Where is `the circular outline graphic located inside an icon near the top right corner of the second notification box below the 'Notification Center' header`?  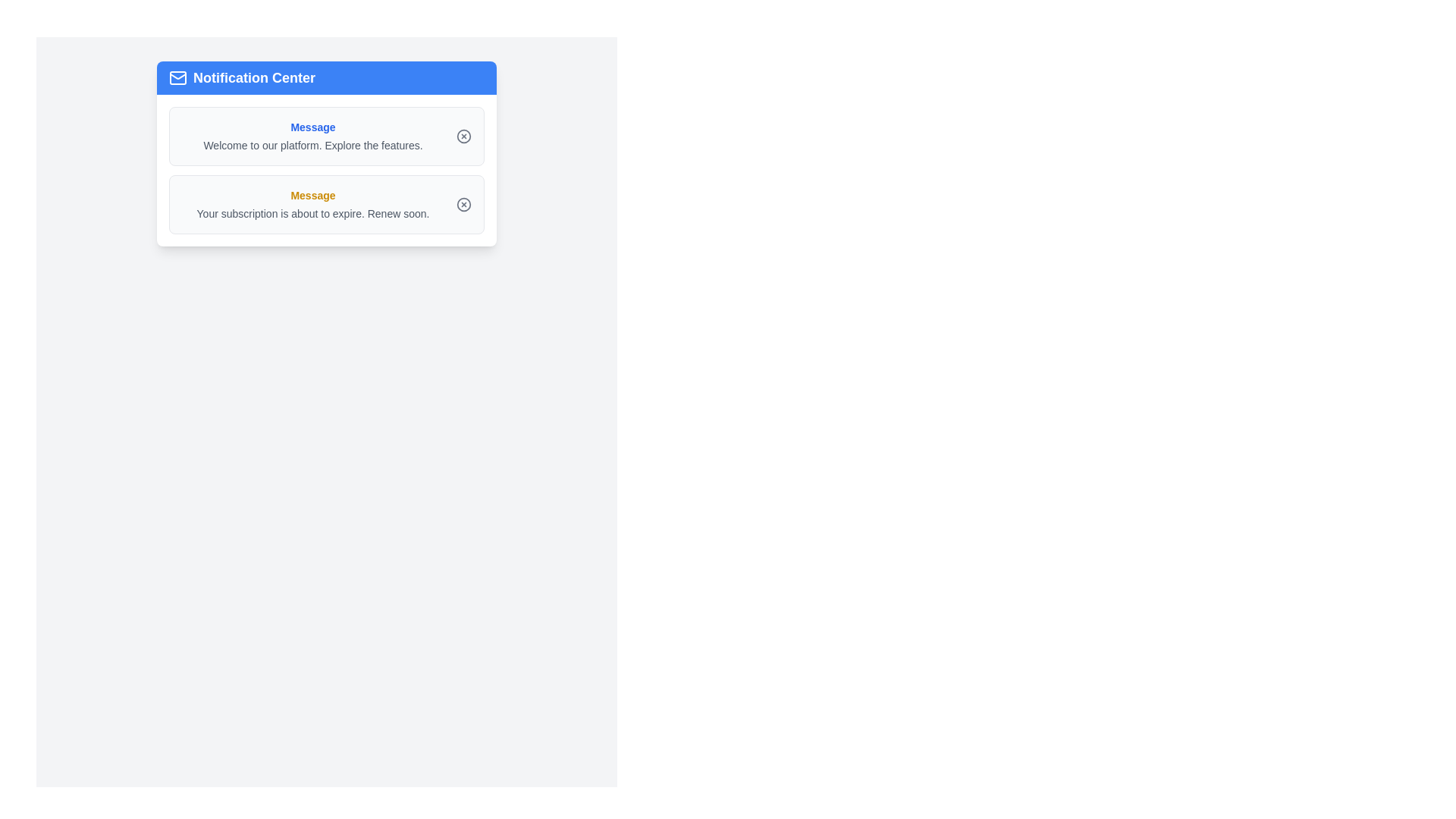 the circular outline graphic located inside an icon near the top right corner of the second notification box below the 'Notification Center' header is located at coordinates (463, 205).